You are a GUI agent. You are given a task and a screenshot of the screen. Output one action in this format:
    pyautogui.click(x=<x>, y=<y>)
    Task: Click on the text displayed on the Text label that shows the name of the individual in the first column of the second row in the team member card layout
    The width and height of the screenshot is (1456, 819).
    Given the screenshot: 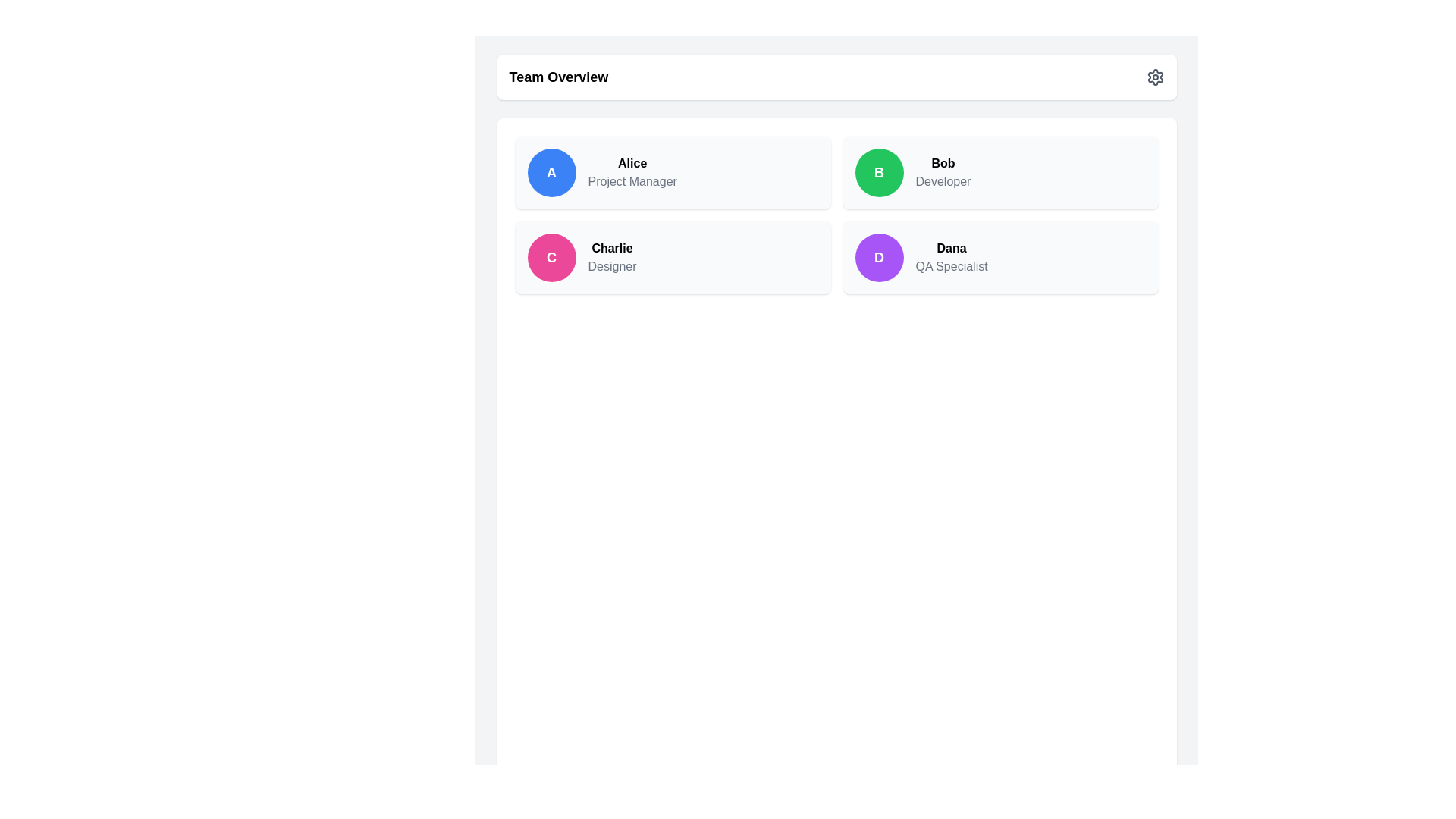 What is the action you would take?
    pyautogui.click(x=612, y=247)
    